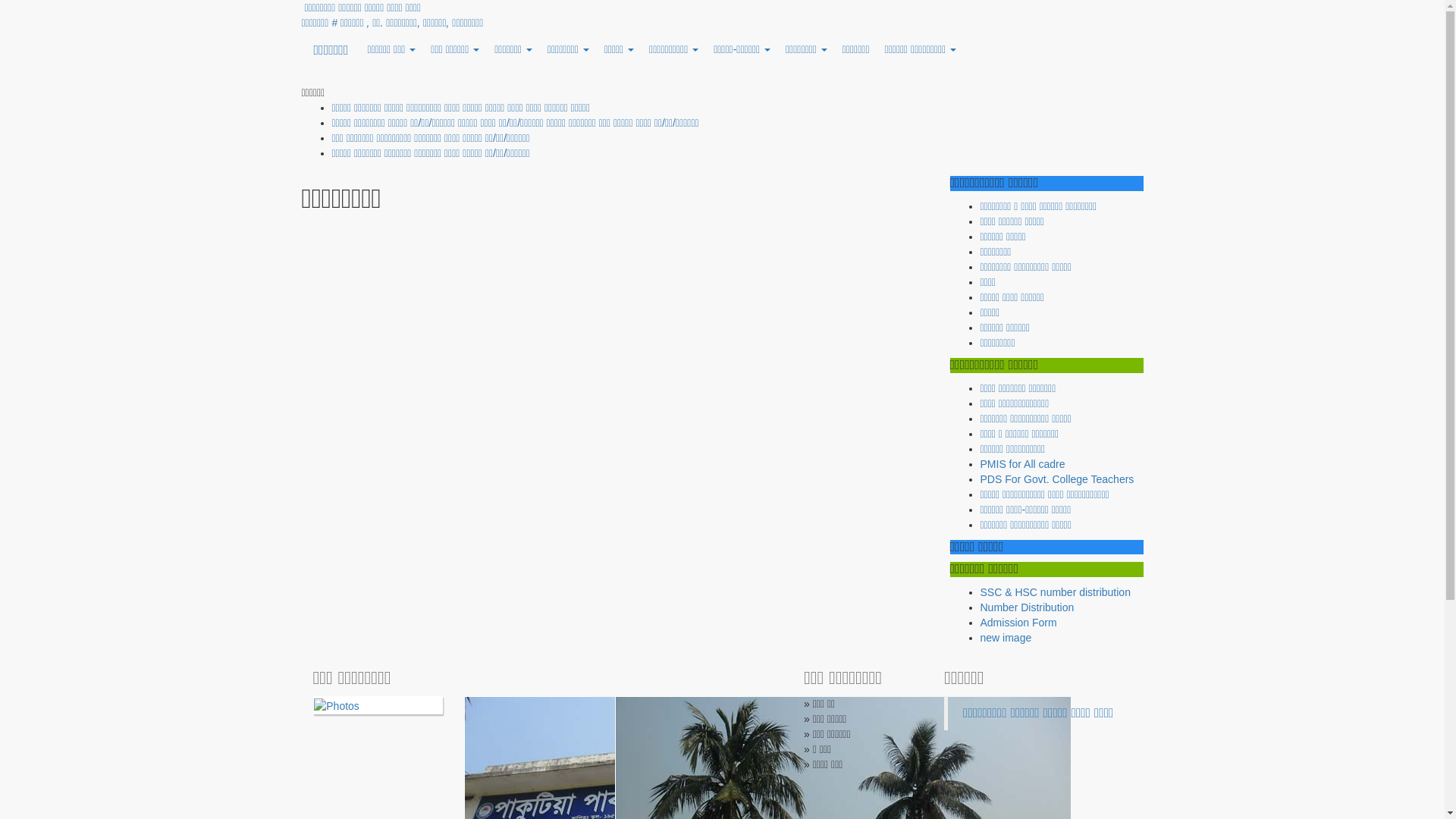 This screenshot has width=1456, height=819. I want to click on 'new image', so click(1005, 637).